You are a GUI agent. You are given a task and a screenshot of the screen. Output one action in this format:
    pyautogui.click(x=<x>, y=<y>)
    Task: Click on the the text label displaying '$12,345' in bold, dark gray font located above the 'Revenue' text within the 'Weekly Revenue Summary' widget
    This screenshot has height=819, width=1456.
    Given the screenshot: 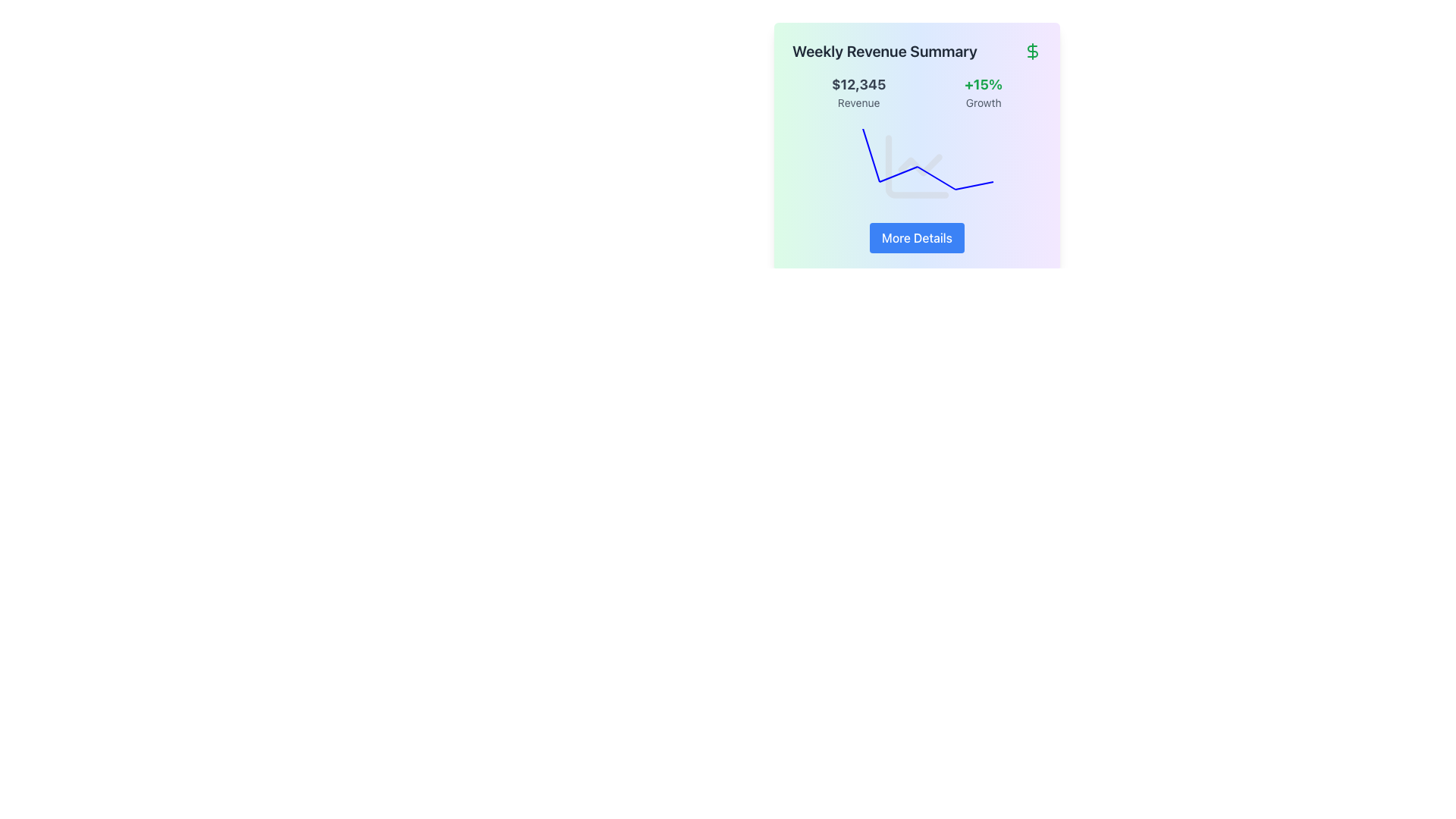 What is the action you would take?
    pyautogui.click(x=858, y=84)
    